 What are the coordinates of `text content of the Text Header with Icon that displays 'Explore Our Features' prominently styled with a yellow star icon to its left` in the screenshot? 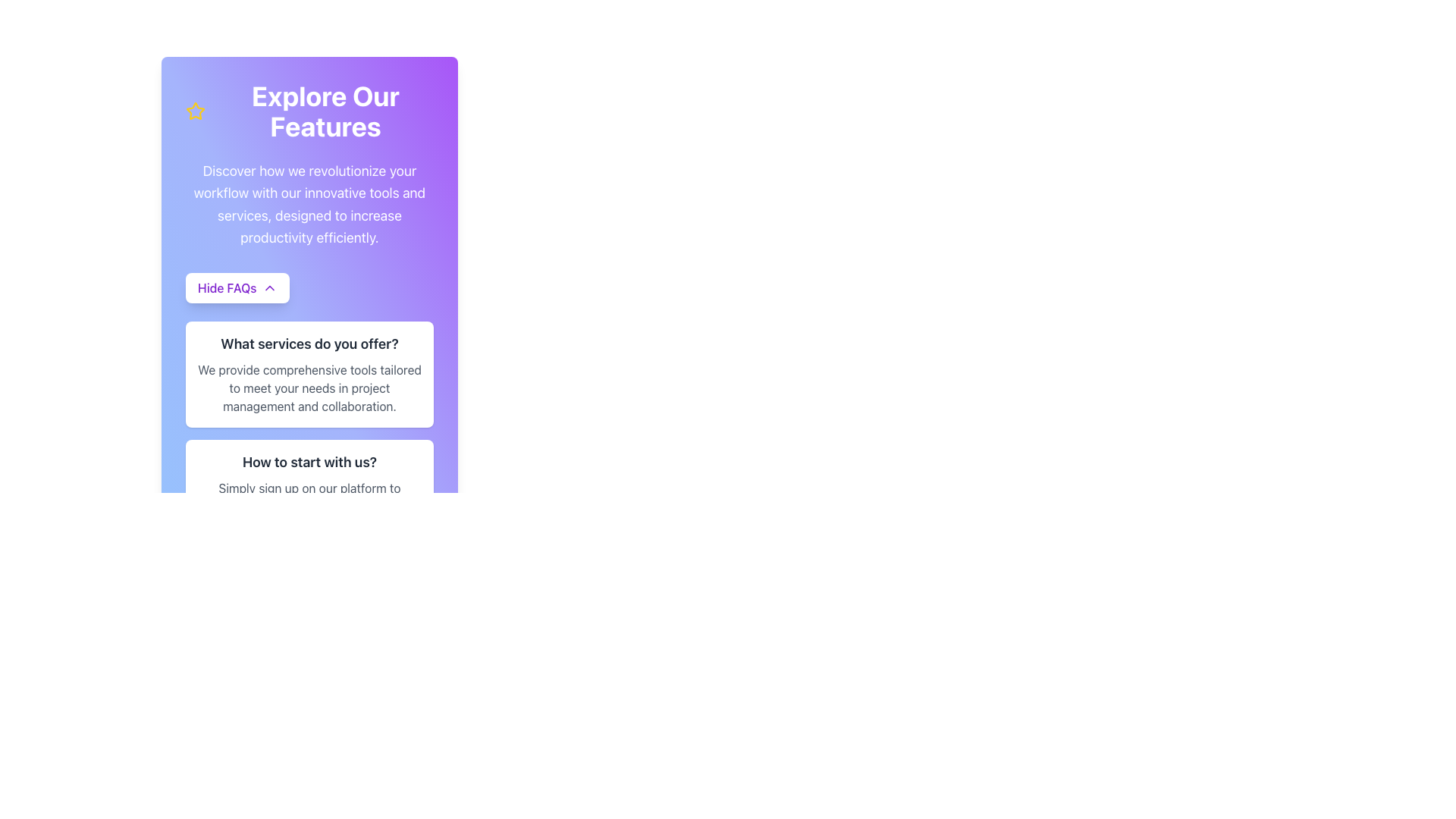 It's located at (309, 110).